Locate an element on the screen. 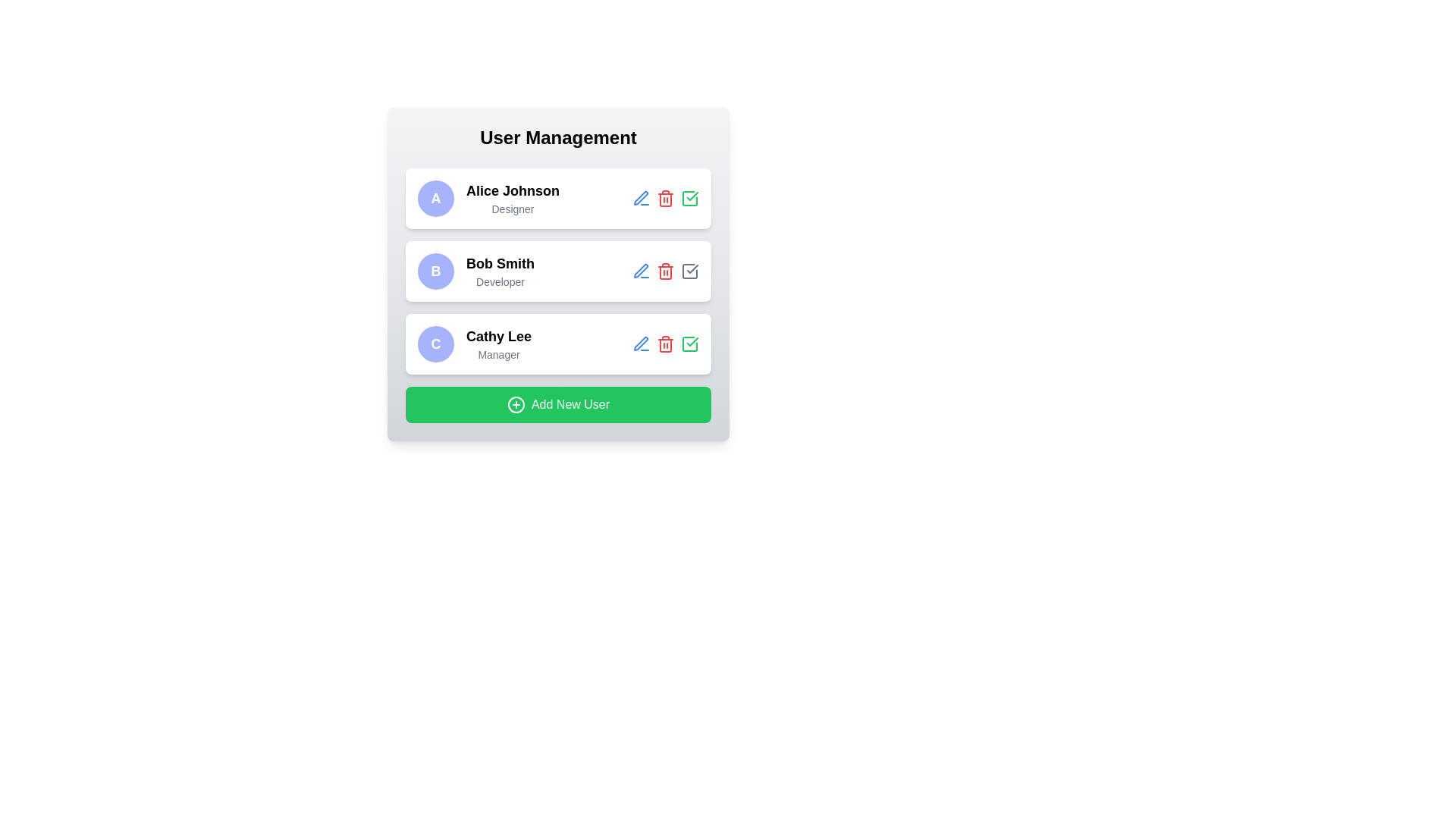  the green checkmark icon representing approval for user 'Alice Johnson' is located at coordinates (689, 198).